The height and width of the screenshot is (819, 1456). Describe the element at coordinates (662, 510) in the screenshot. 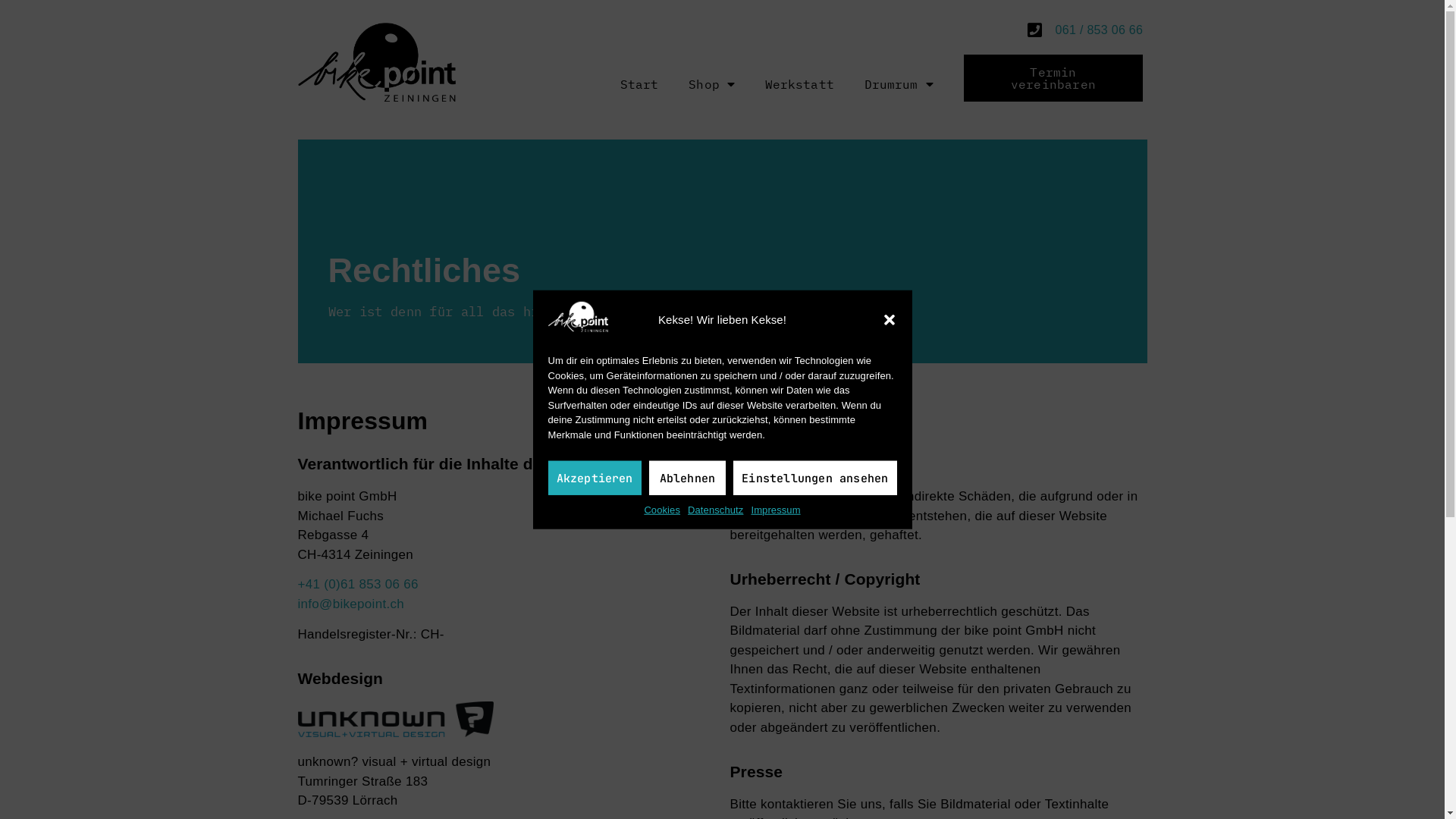

I see `'Cookies'` at that location.